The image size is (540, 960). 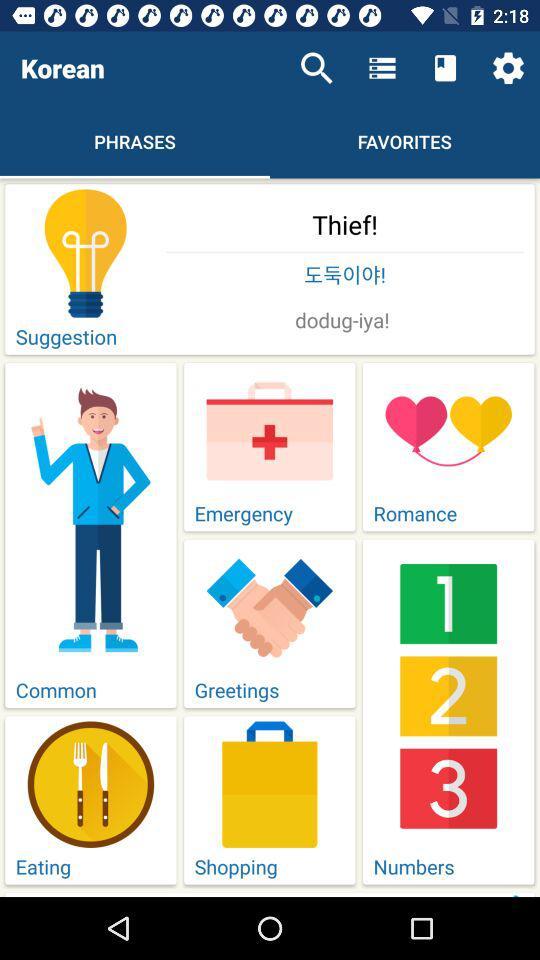 I want to click on item next to the korean icon, so click(x=316, y=68).